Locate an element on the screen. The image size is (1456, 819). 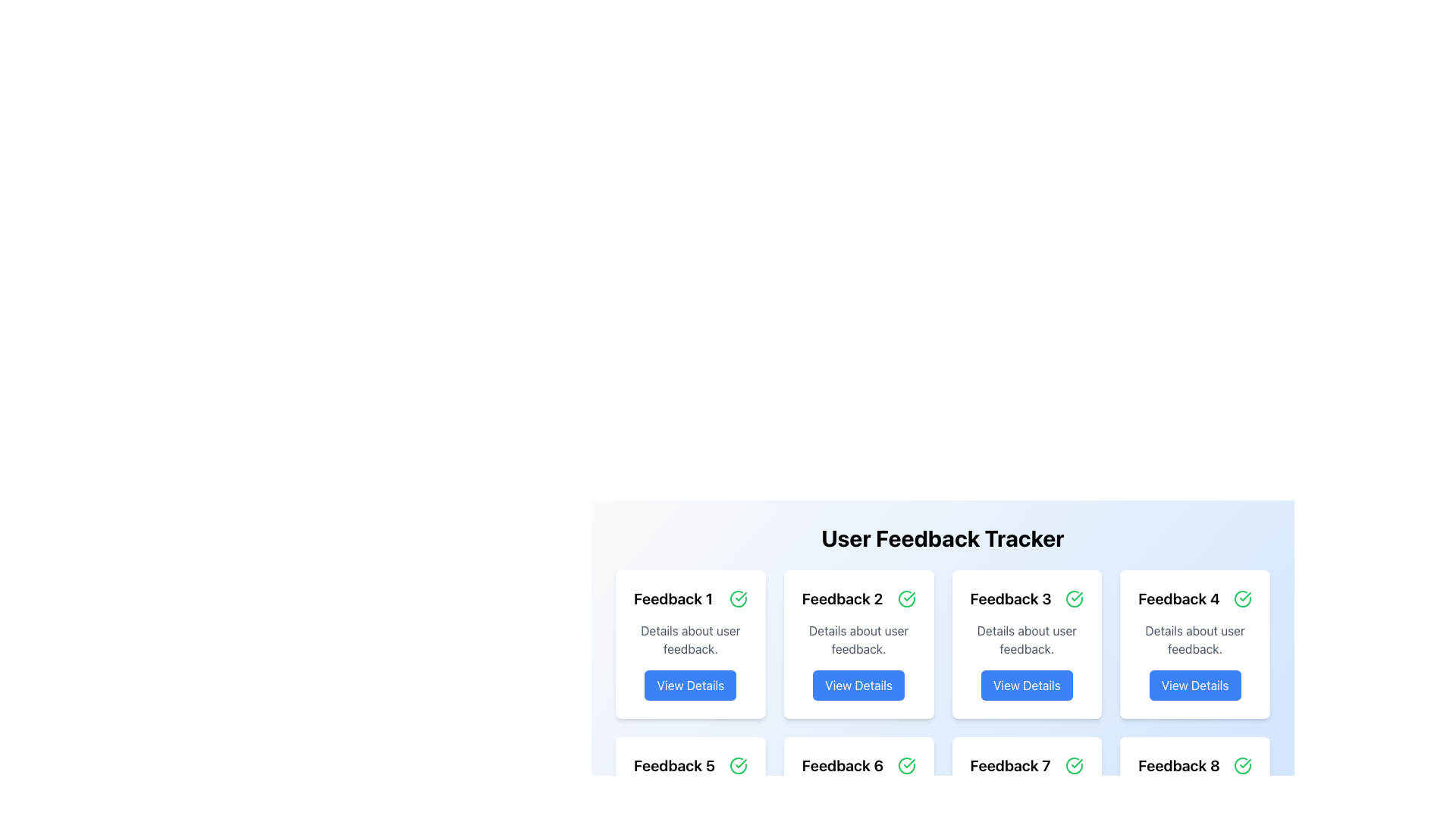
text displayed in the text component labeled 'Details about user feedback.' which is styled with gray color and a smaller font size, positioned beneath the header and above the 'View Details' button is located at coordinates (1194, 640).